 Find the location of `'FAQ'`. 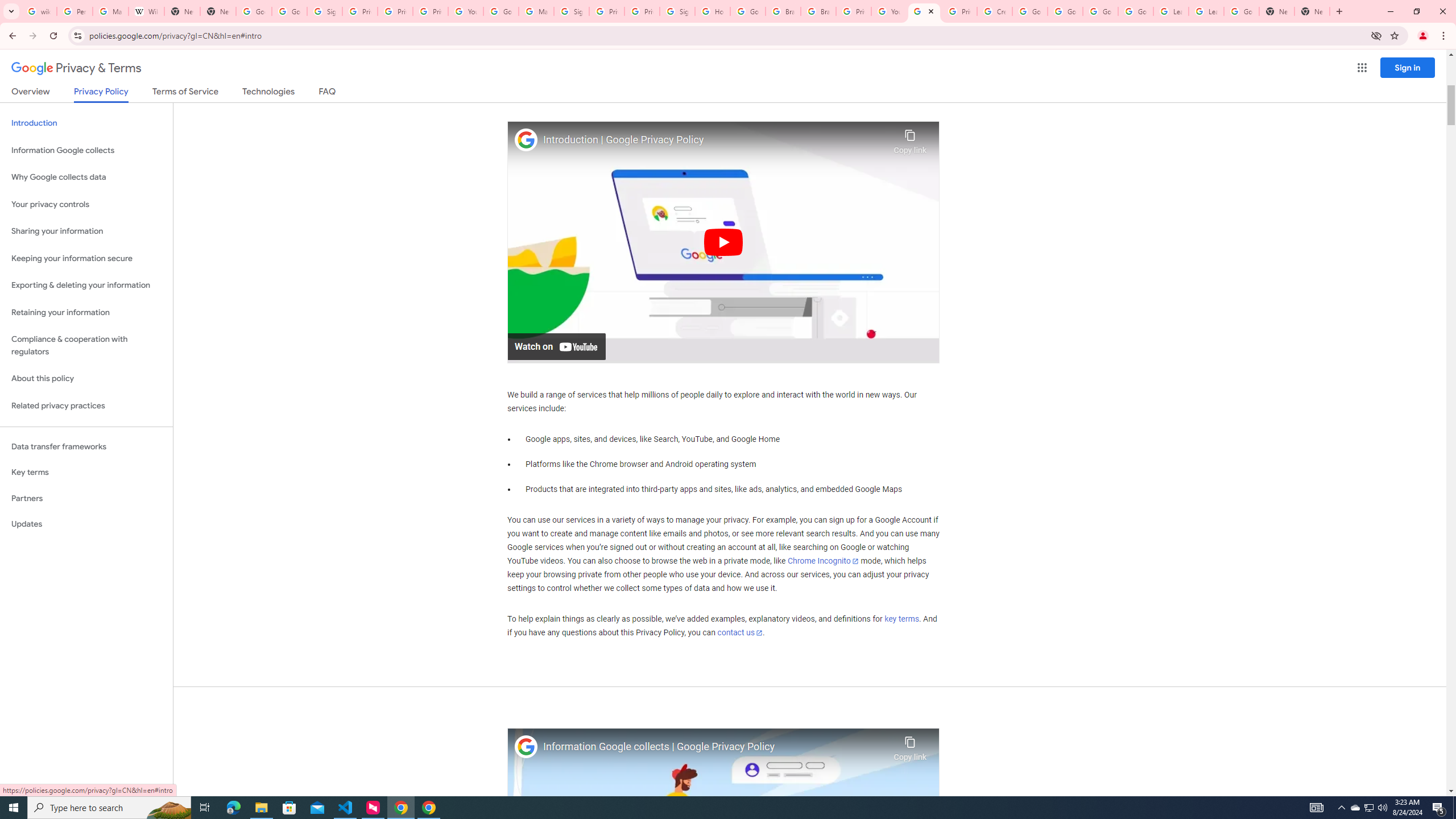

'FAQ' is located at coordinates (327, 93).